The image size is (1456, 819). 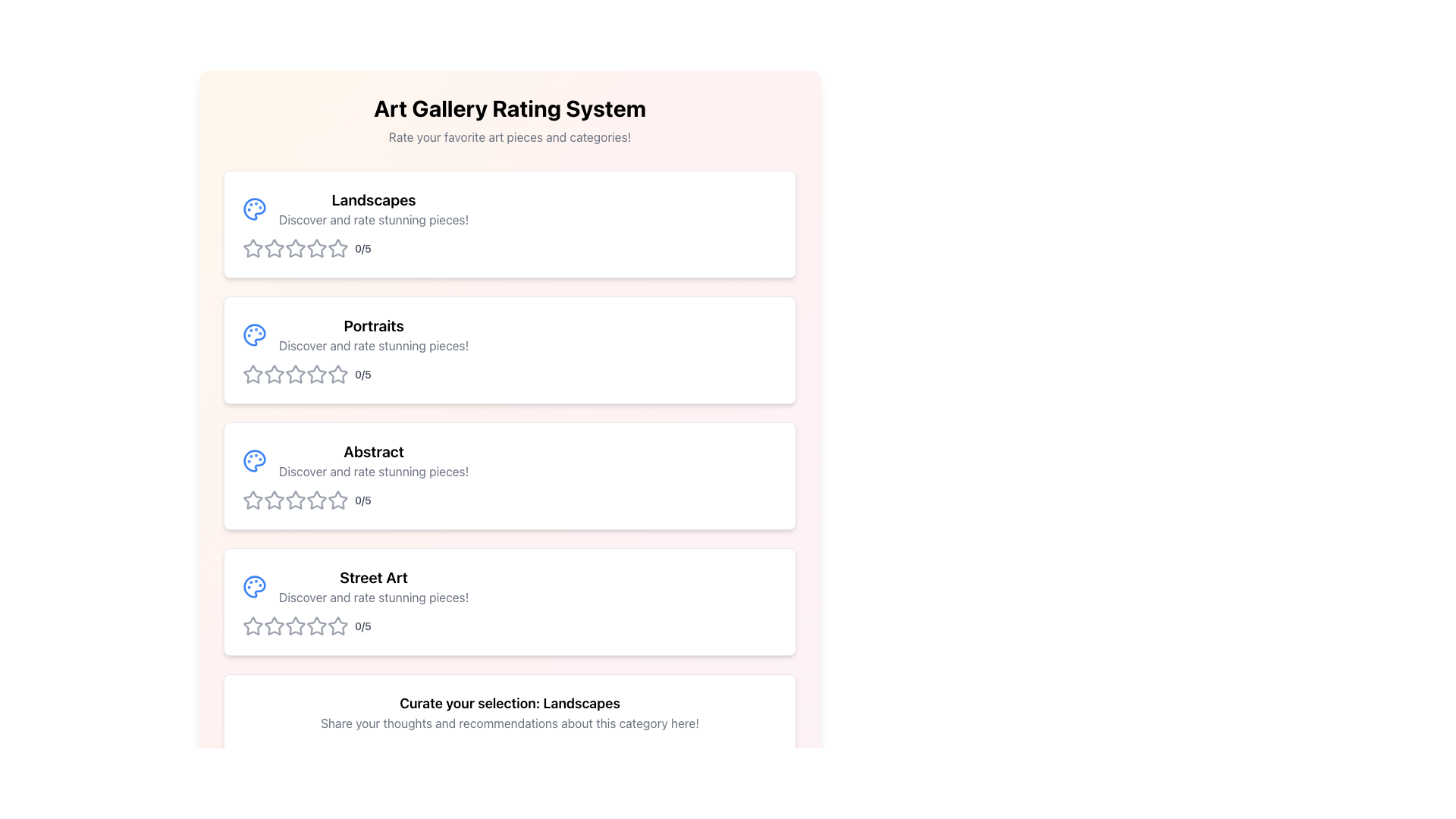 What do you see at coordinates (295, 247) in the screenshot?
I see `the second star rating icon in the row of five stars located below the text 'Landscapes - Discover and rate stunning pieces!'` at bounding box center [295, 247].